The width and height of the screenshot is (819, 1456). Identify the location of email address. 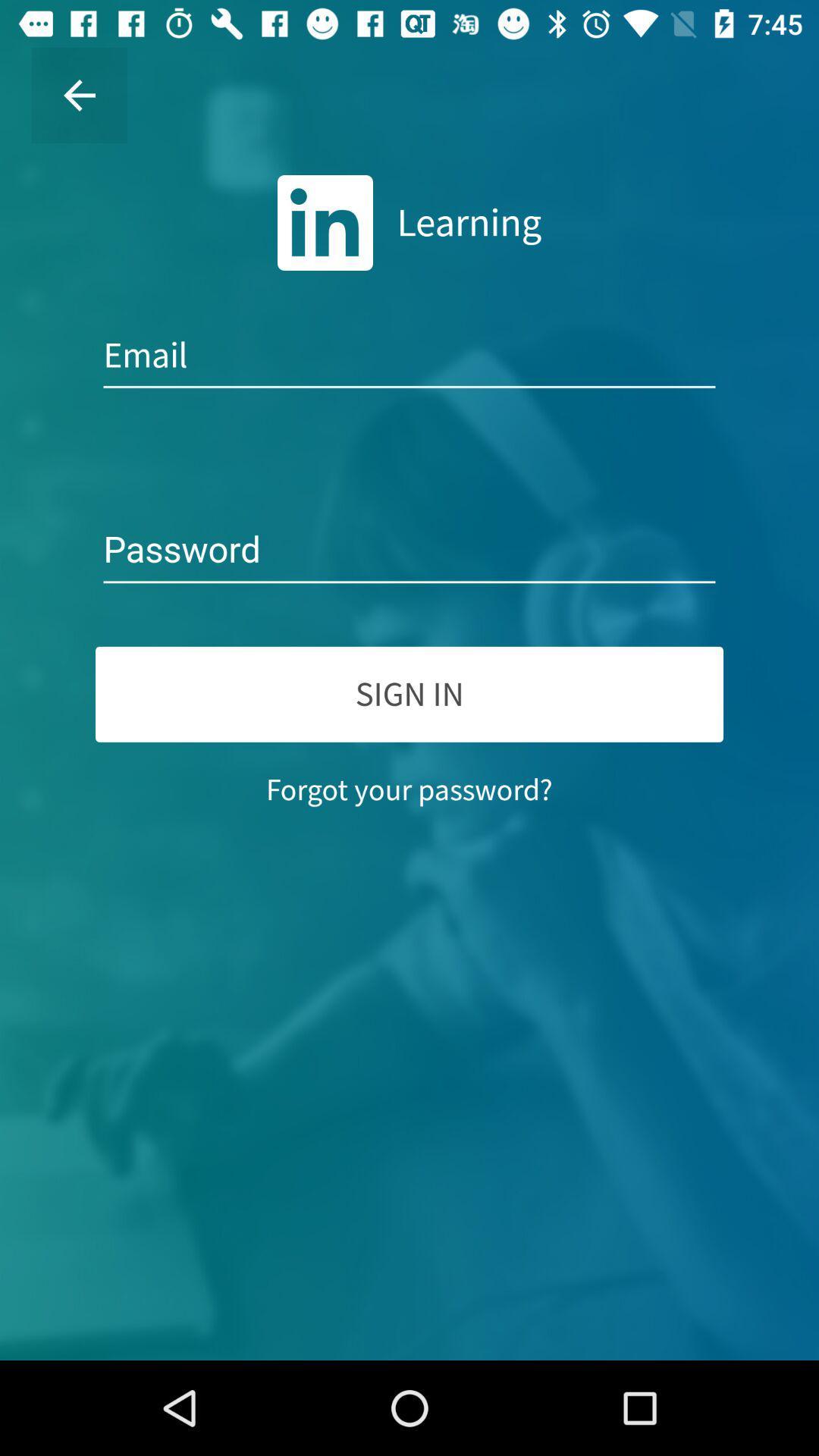
(409, 355).